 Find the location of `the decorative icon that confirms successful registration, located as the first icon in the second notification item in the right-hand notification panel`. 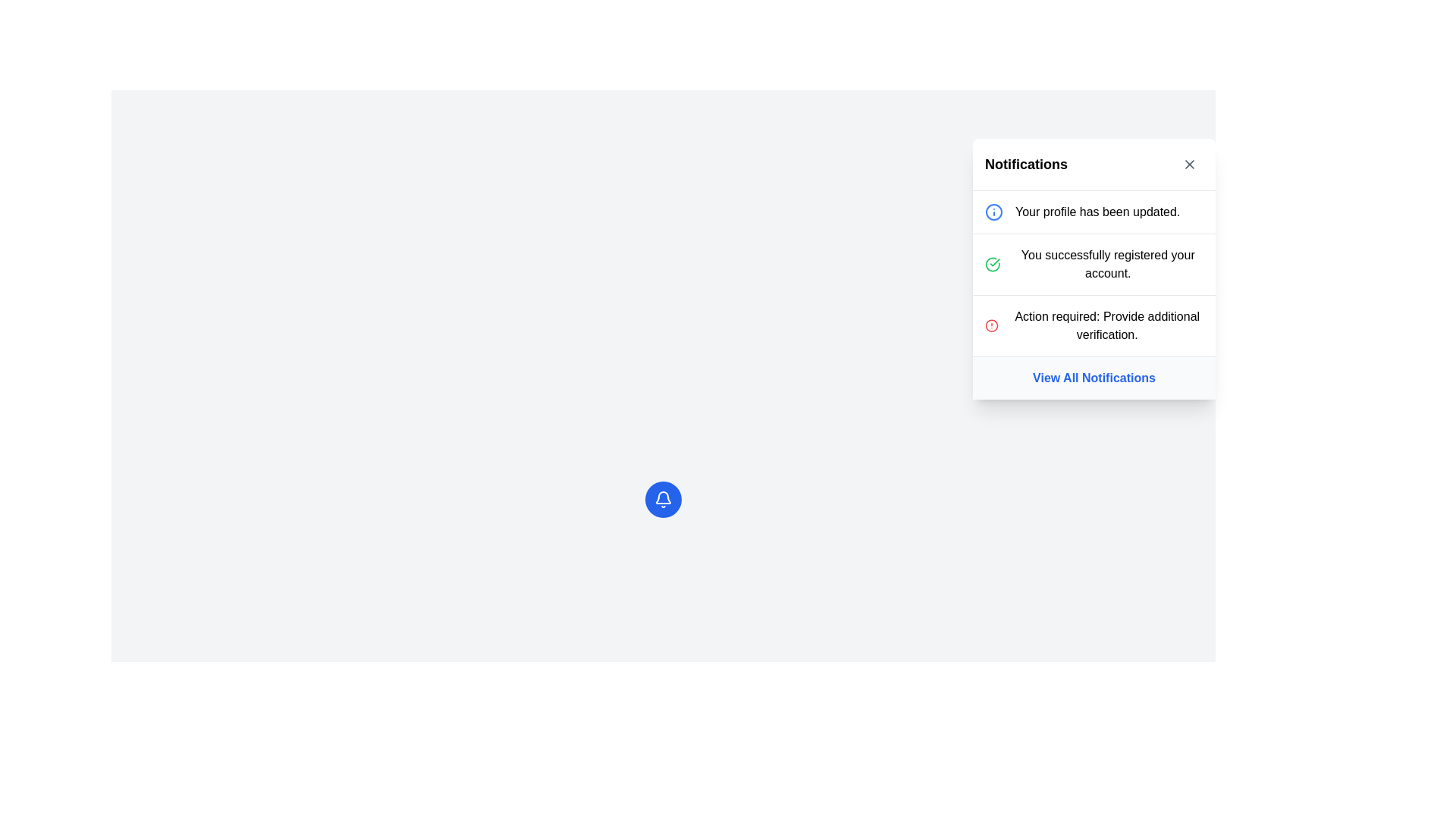

the decorative icon that confirms successful registration, located as the first icon in the second notification item in the right-hand notification panel is located at coordinates (993, 263).